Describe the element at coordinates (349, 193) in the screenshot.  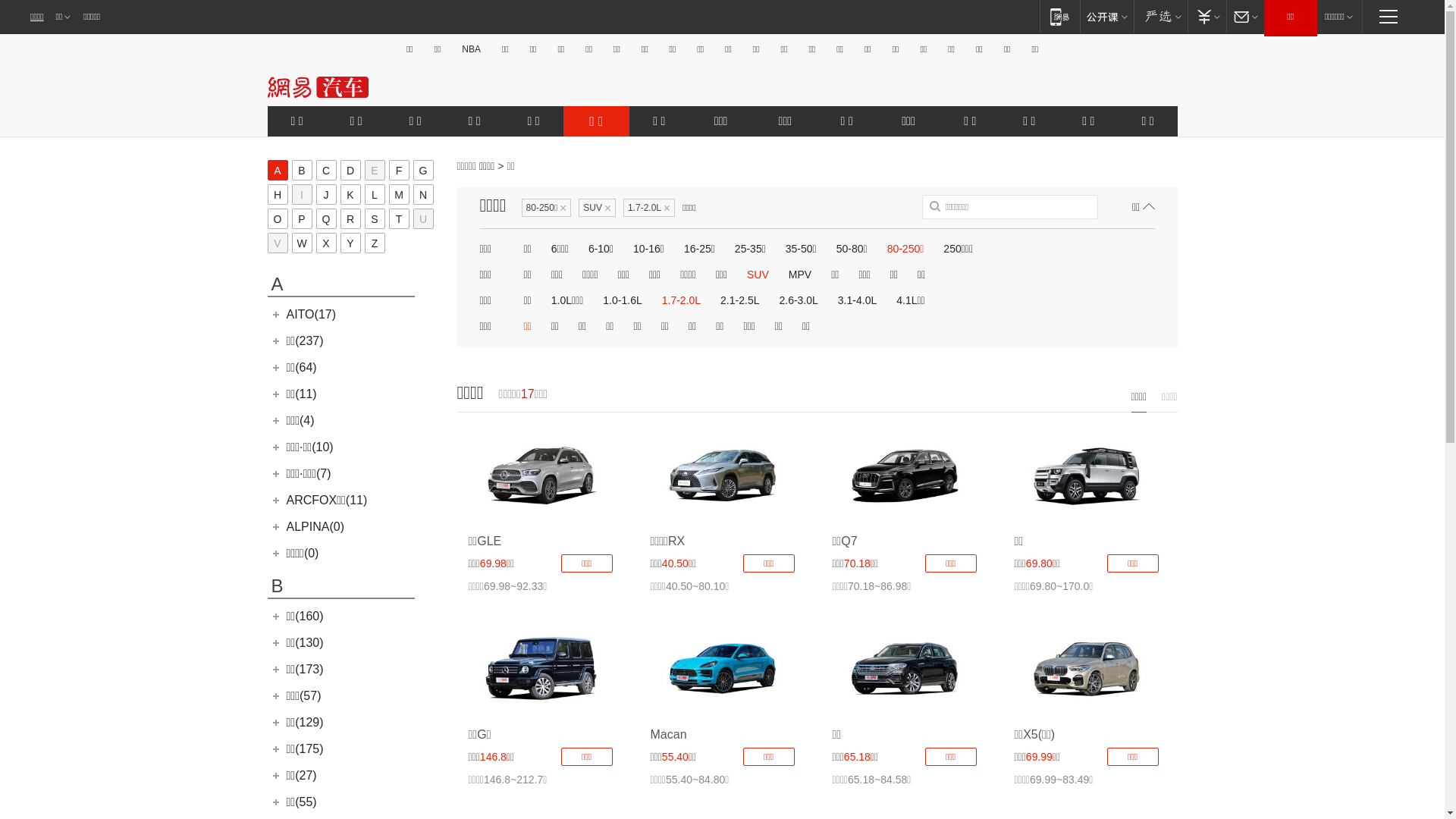
I see `'K'` at that location.